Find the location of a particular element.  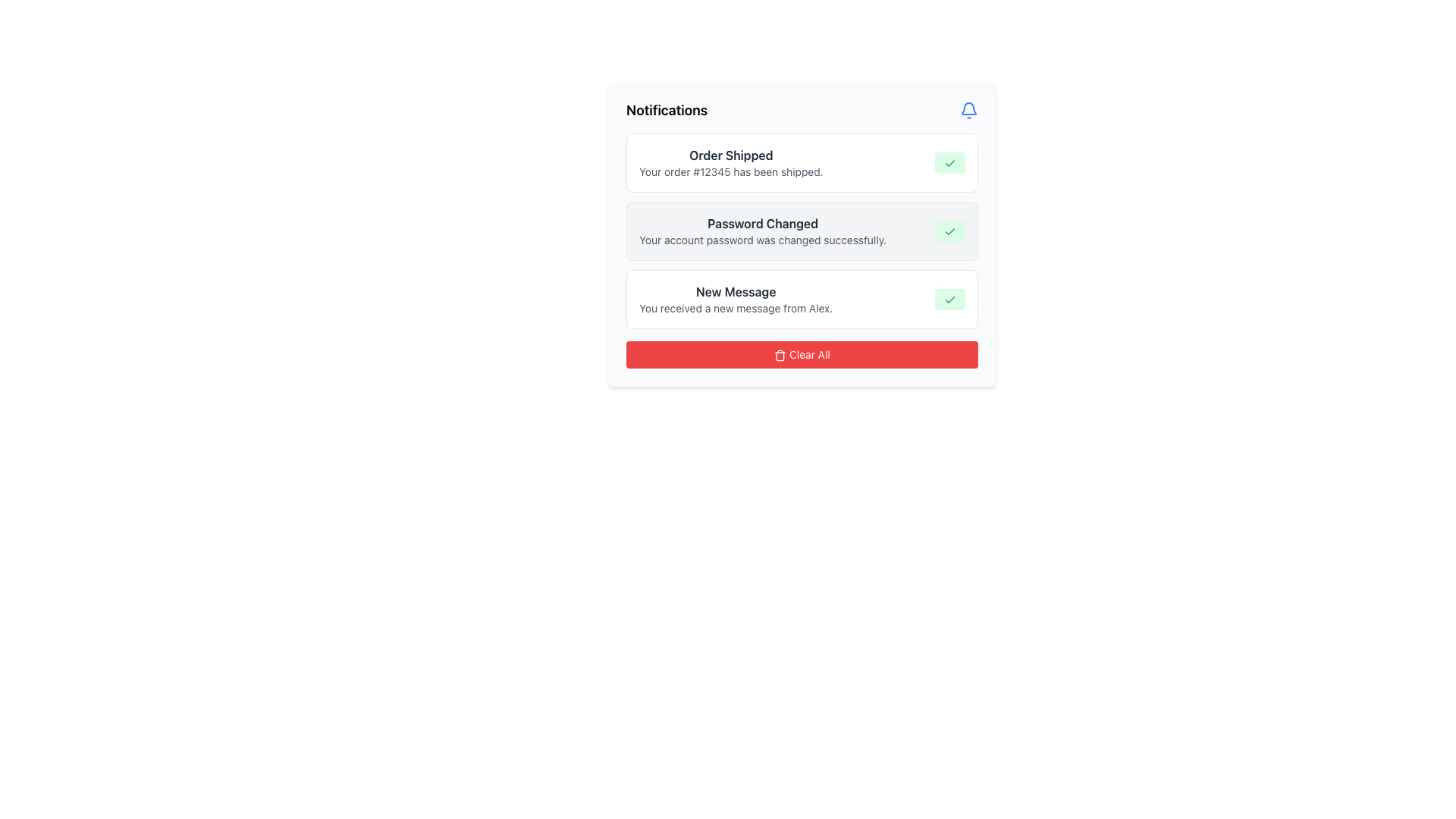

the Text Label that serves as the title for the notification entry, located above the smaller description text within the third notification card from the top of the list is located at coordinates (736, 292).